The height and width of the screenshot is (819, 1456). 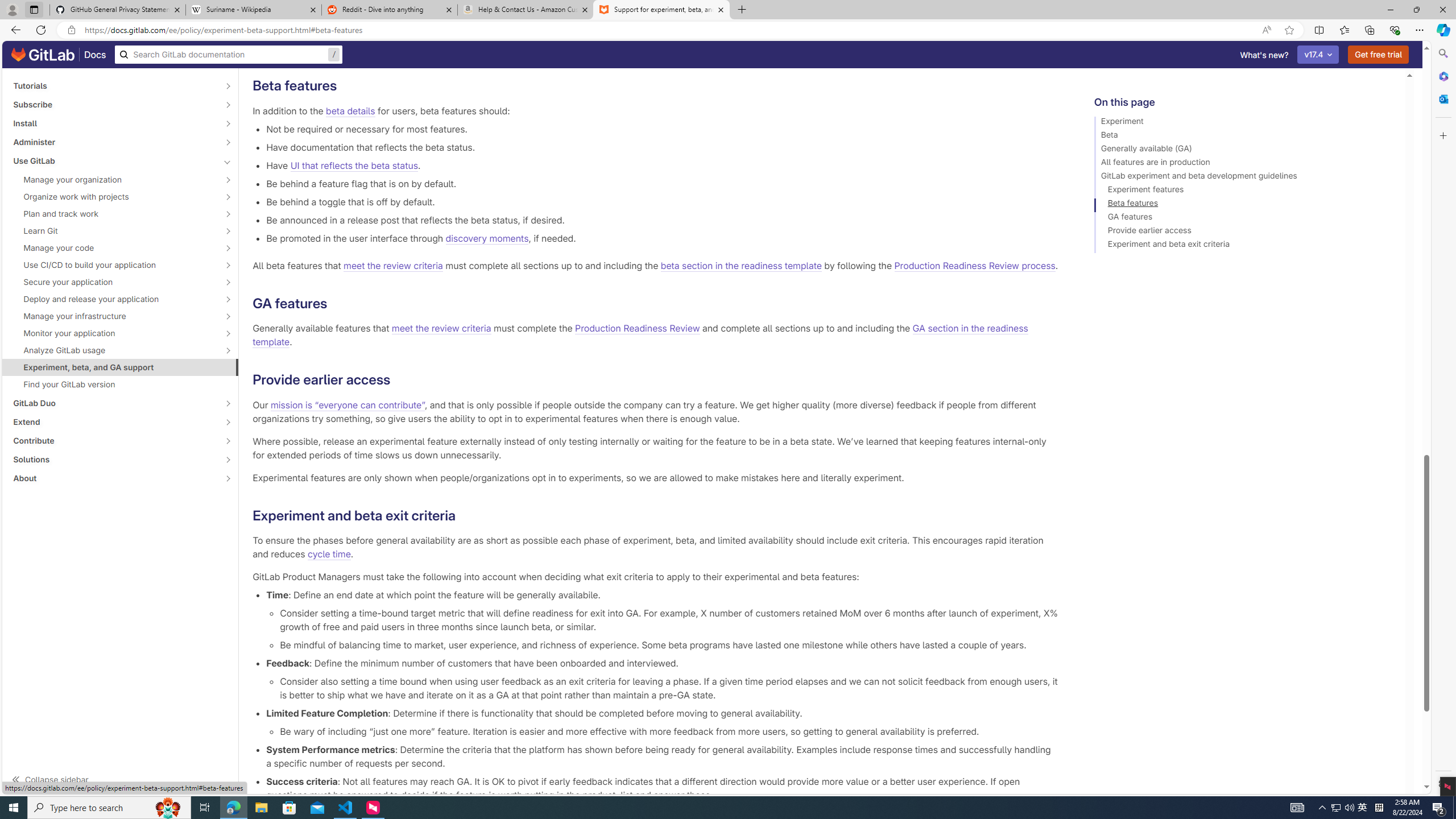 I want to click on 'Be behind a feature flag that is on by default.', so click(x=661, y=183).